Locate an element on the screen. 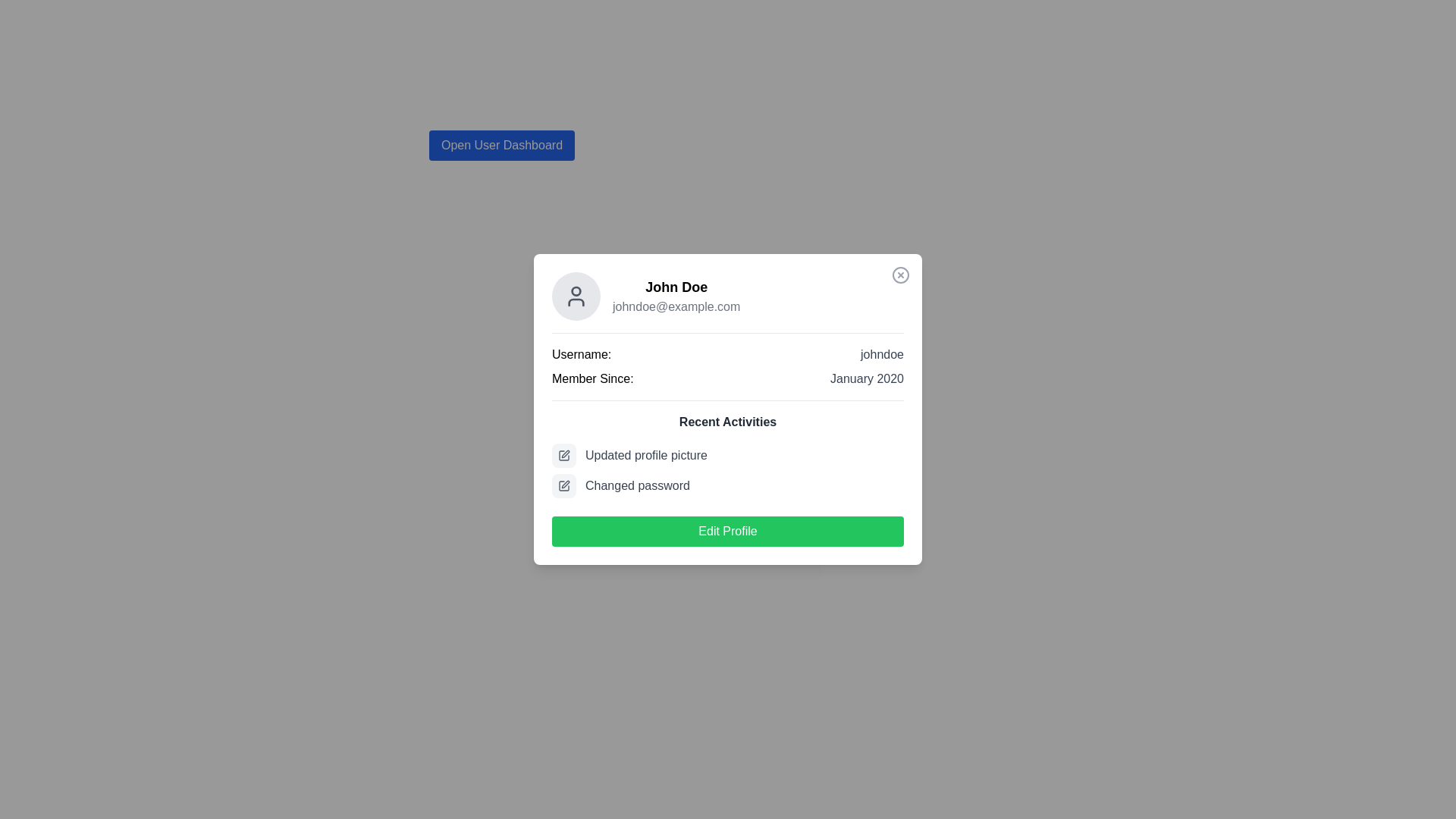 Image resolution: width=1456 pixels, height=819 pixels. the 'Edit Profile' button located at the bottom center of the user information card, which allows the user is located at coordinates (728, 531).